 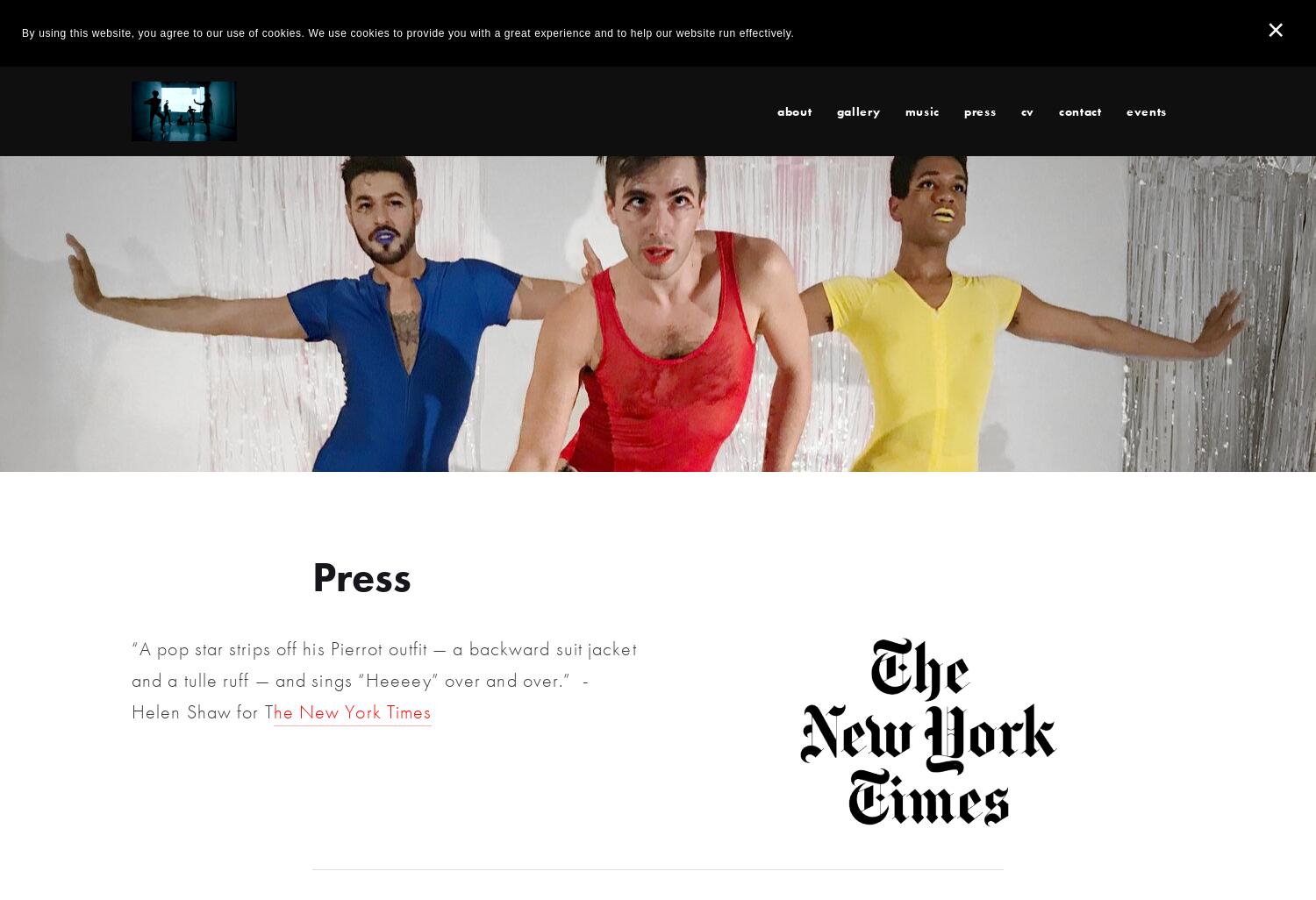 I want to click on 'Contact', so click(x=1078, y=110).